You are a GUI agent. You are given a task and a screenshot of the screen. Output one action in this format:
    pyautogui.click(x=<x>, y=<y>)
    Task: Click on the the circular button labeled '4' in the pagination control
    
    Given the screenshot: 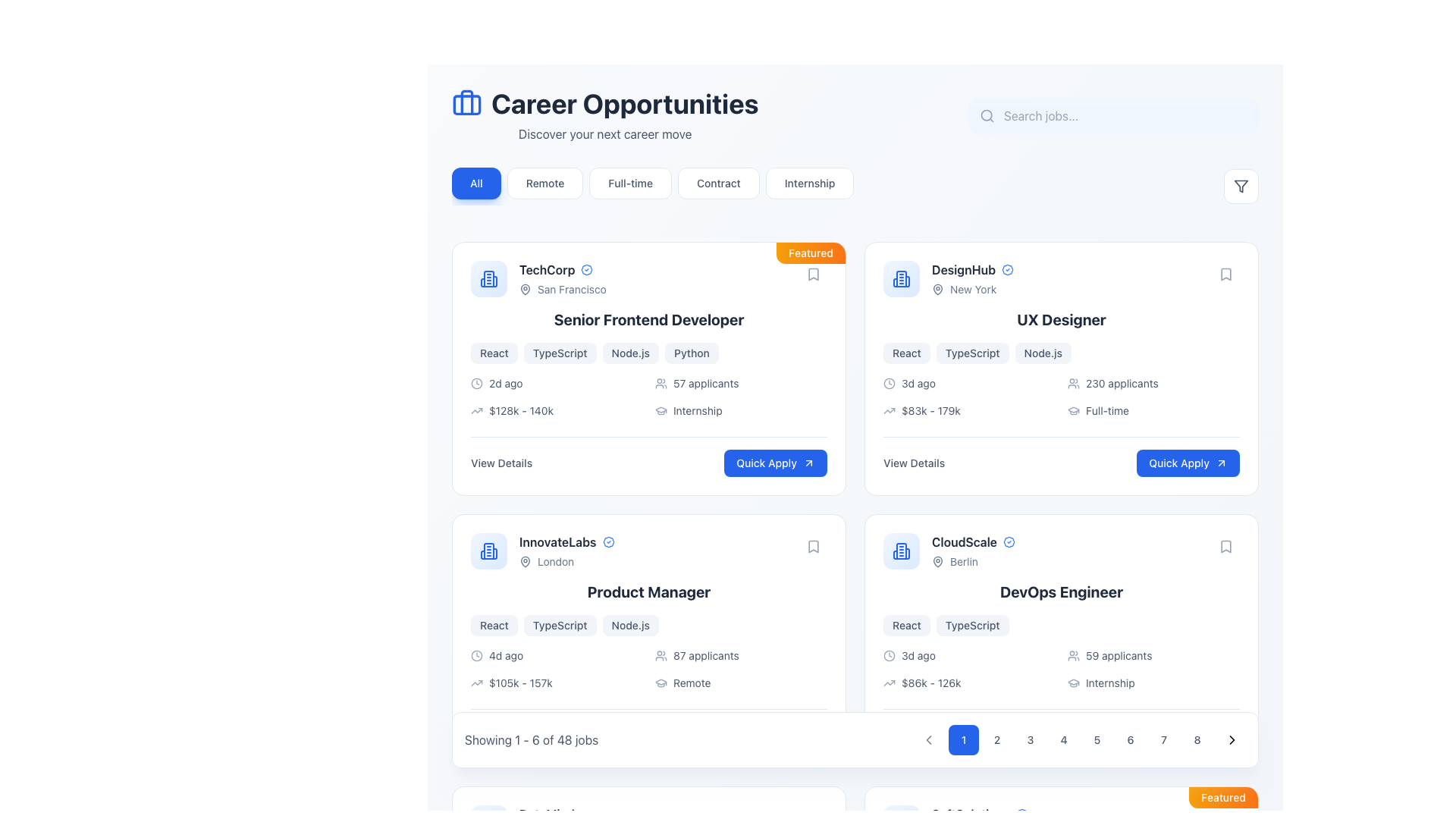 What is the action you would take?
    pyautogui.click(x=1062, y=739)
    